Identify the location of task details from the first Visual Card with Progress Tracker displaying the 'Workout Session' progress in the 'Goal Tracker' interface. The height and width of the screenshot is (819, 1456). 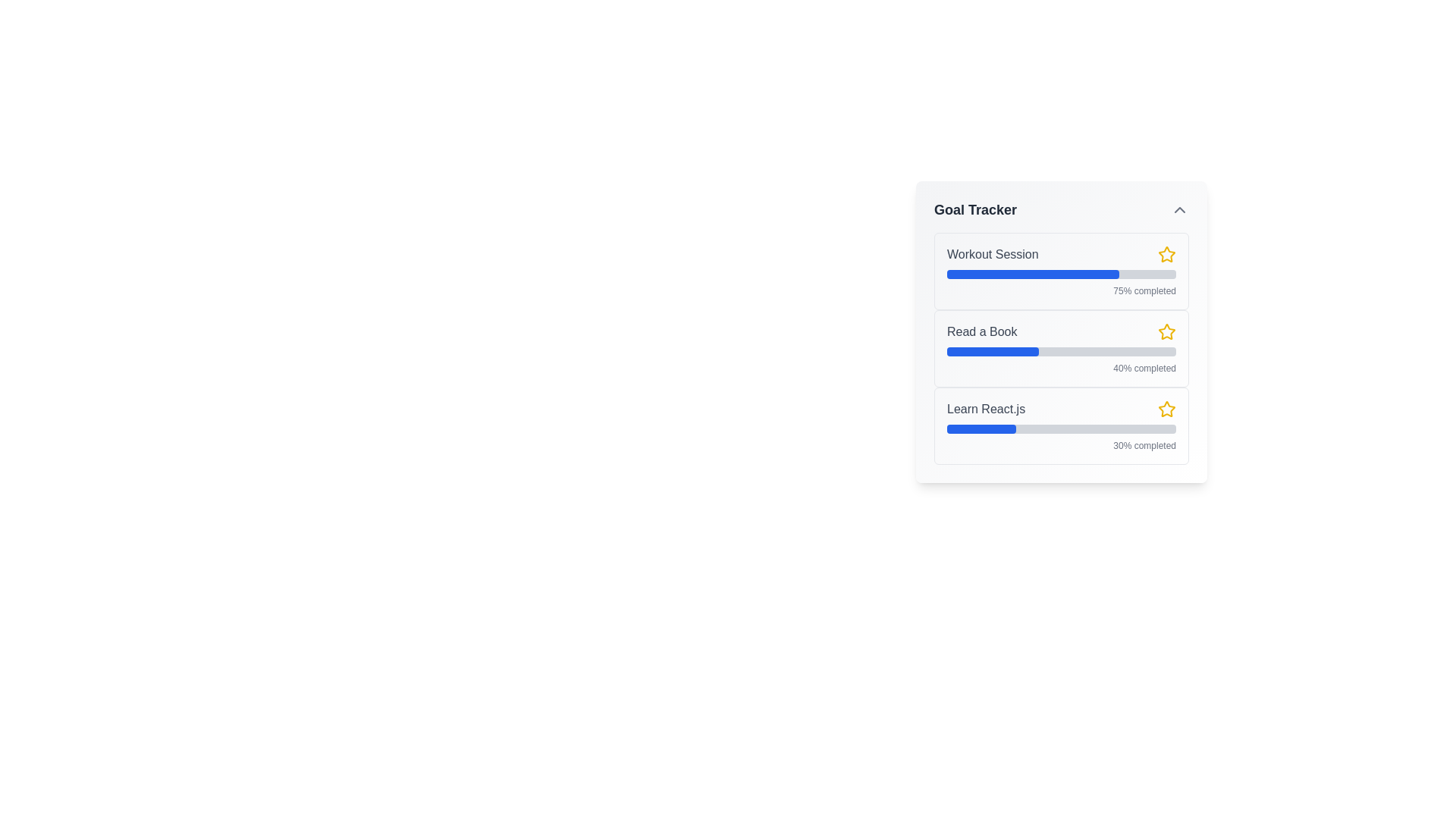
(1061, 271).